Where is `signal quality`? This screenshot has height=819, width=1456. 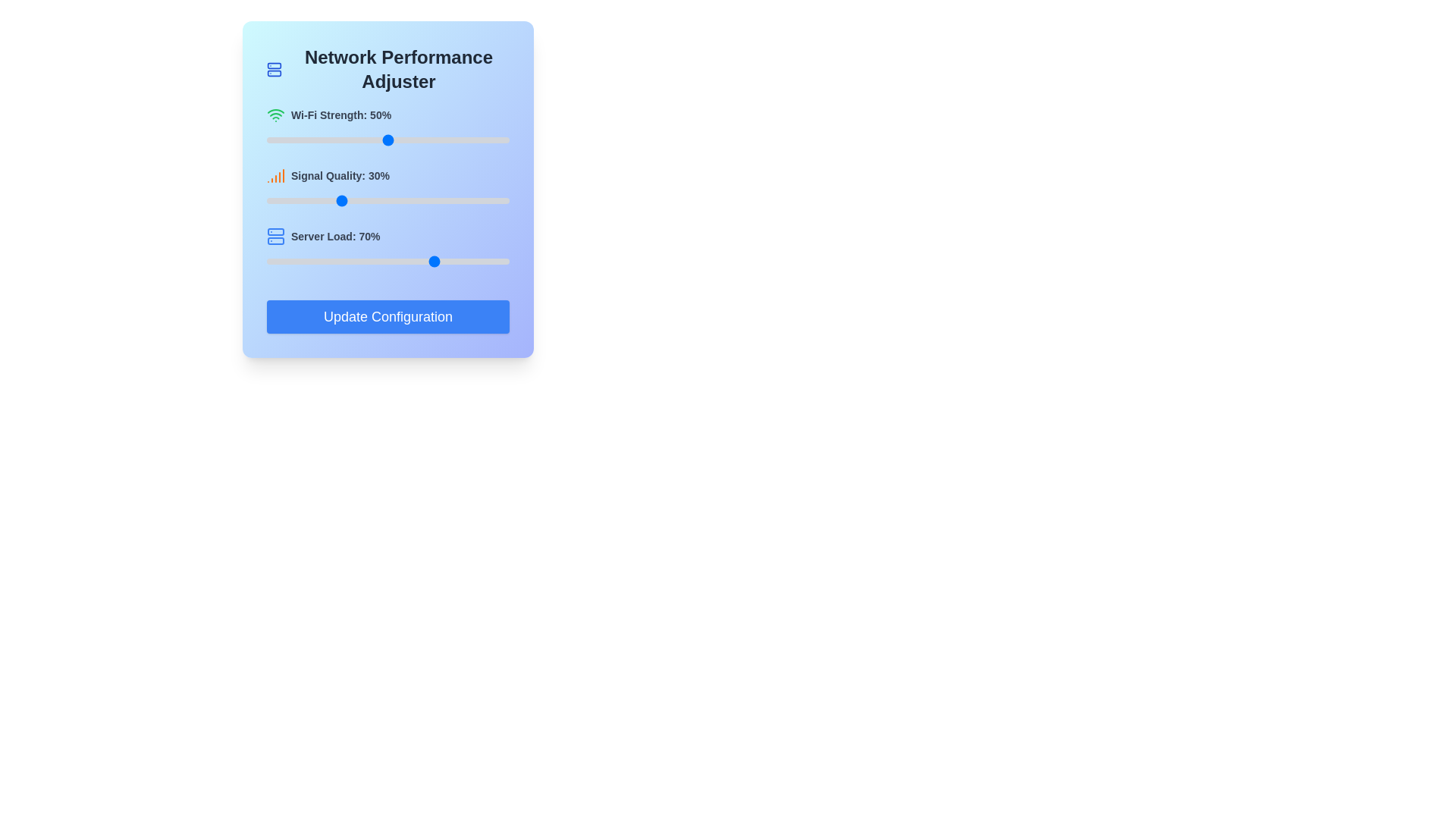 signal quality is located at coordinates (293, 200).